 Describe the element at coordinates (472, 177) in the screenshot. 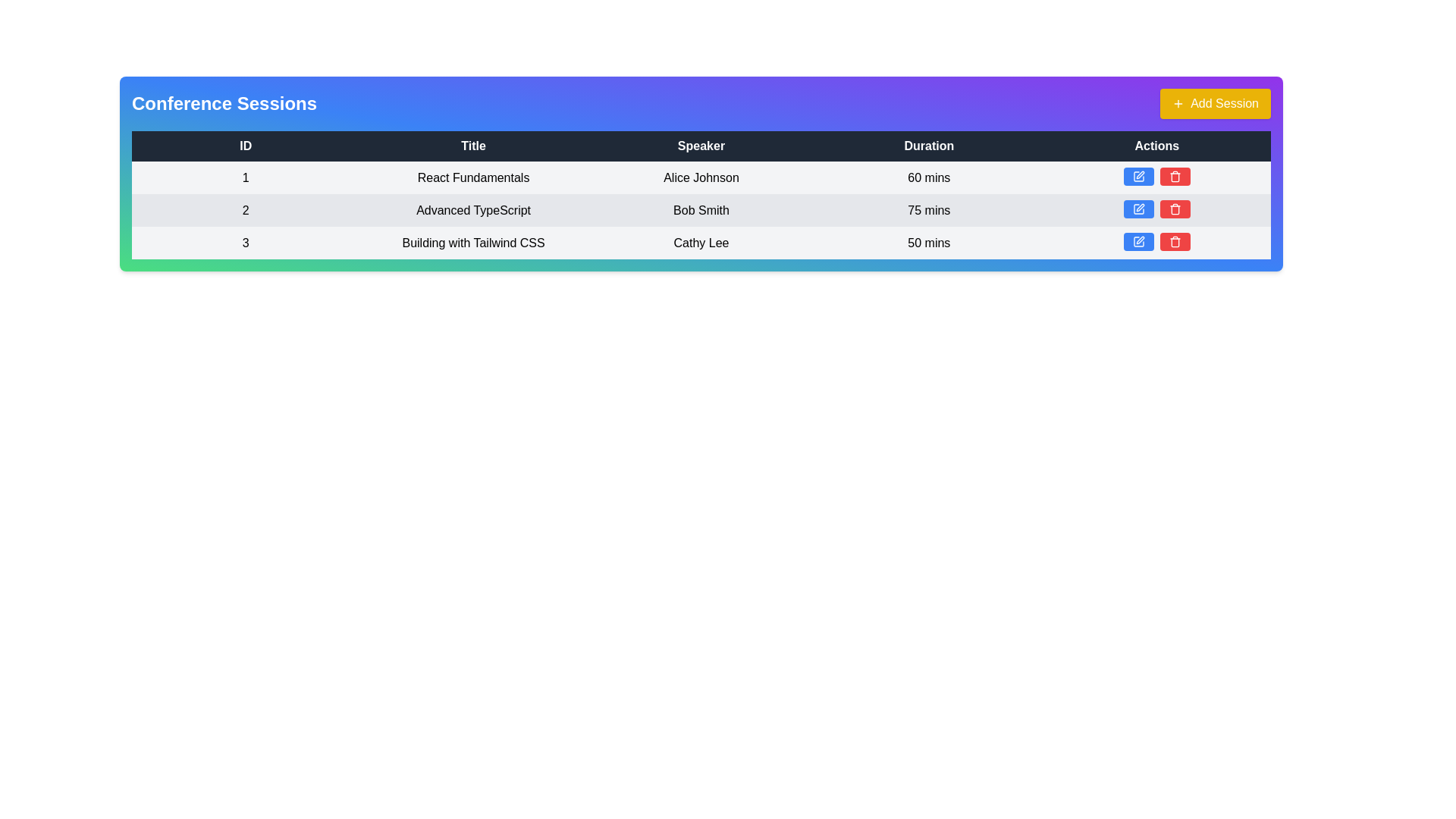

I see `the text label displaying 'React Fundamentals' located in the second cell of the first row of the table under the 'Title' column` at that location.